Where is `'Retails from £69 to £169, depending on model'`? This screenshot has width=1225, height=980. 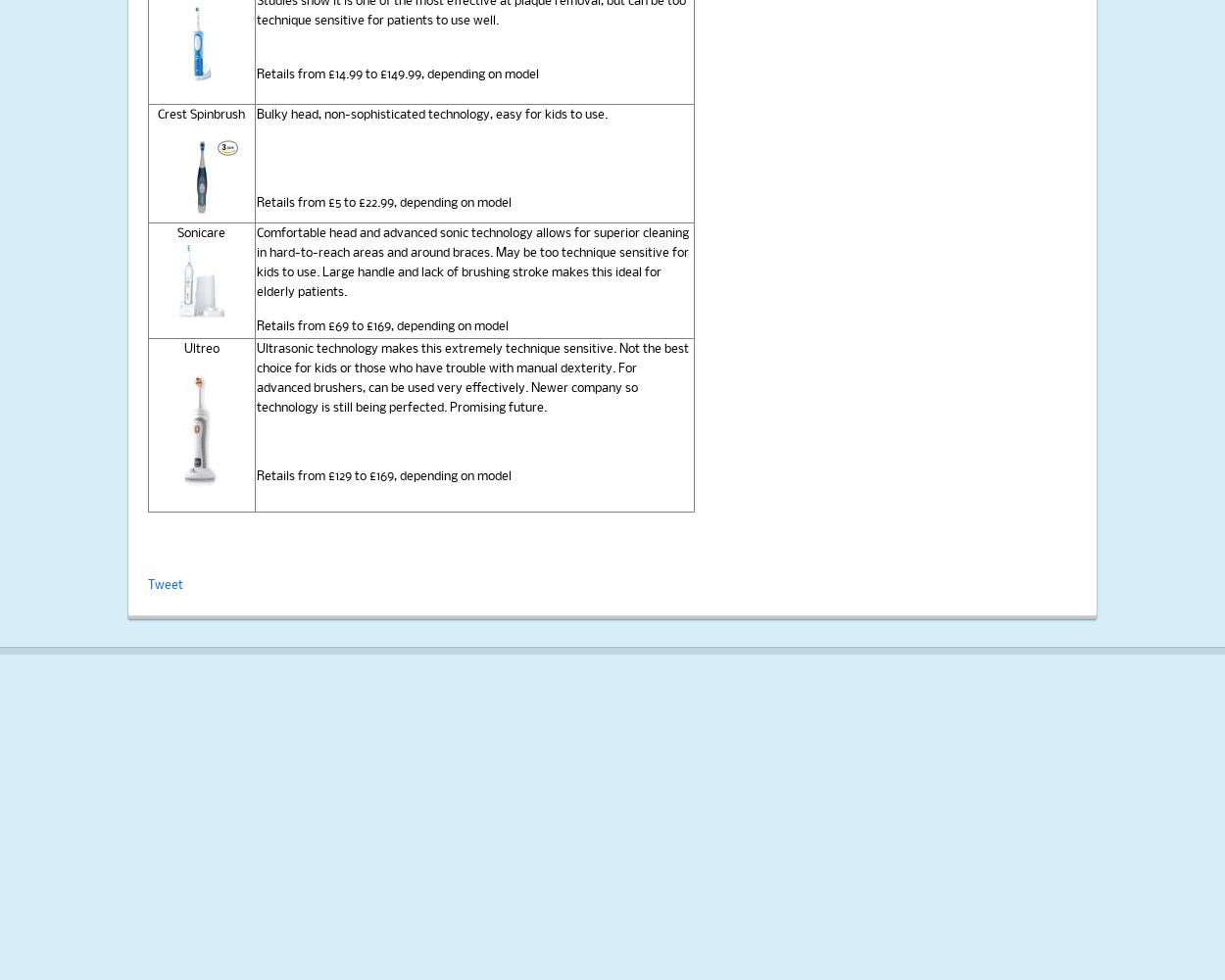 'Retails from £69 to £169, depending on model' is located at coordinates (256, 325).